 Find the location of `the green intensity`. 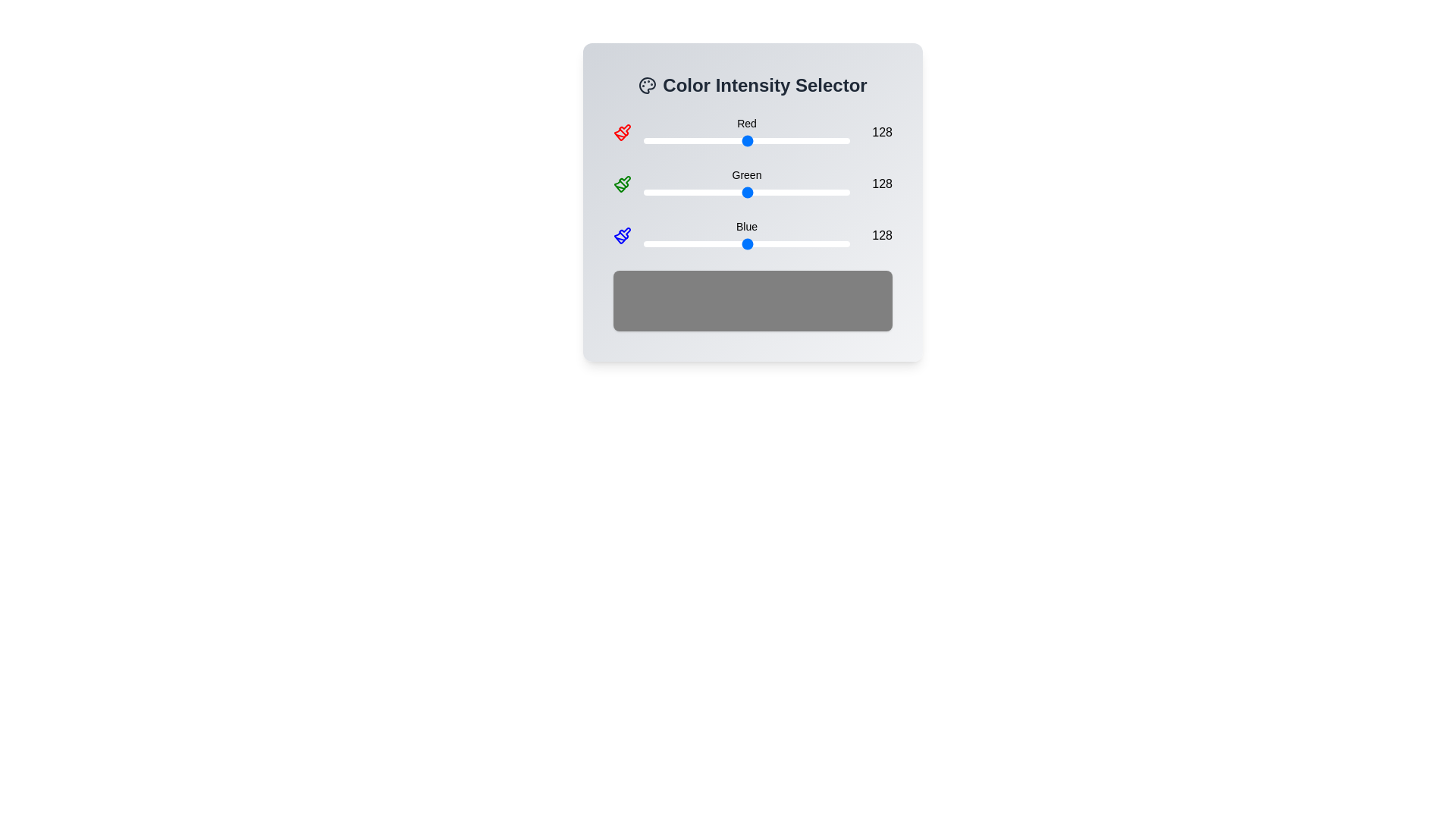

the green intensity is located at coordinates (772, 192).